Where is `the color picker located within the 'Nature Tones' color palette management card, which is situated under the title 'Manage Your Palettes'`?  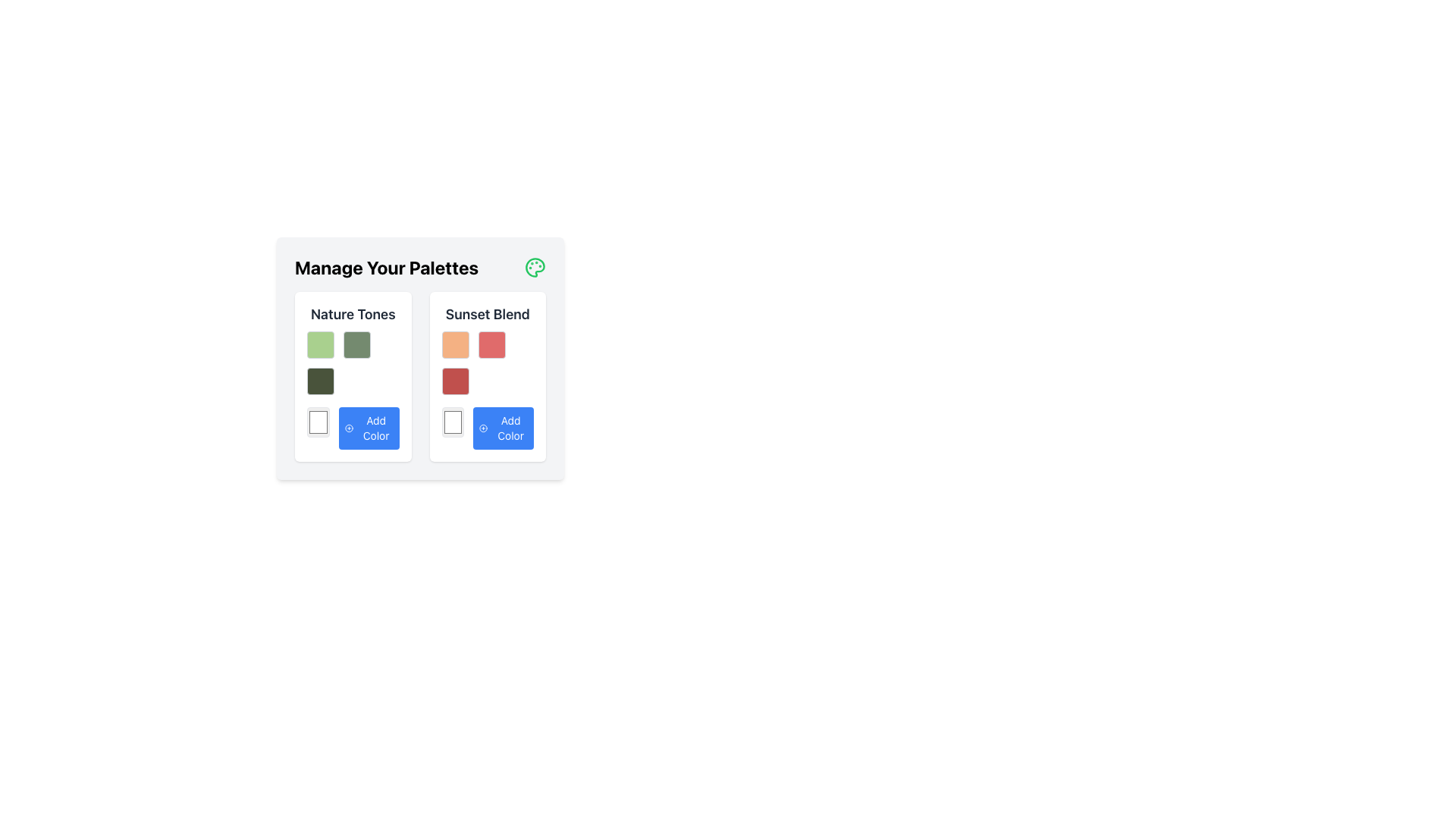 the color picker located within the 'Nature Tones' color palette management card, which is situated under the title 'Manage Your Palettes' is located at coordinates (352, 376).